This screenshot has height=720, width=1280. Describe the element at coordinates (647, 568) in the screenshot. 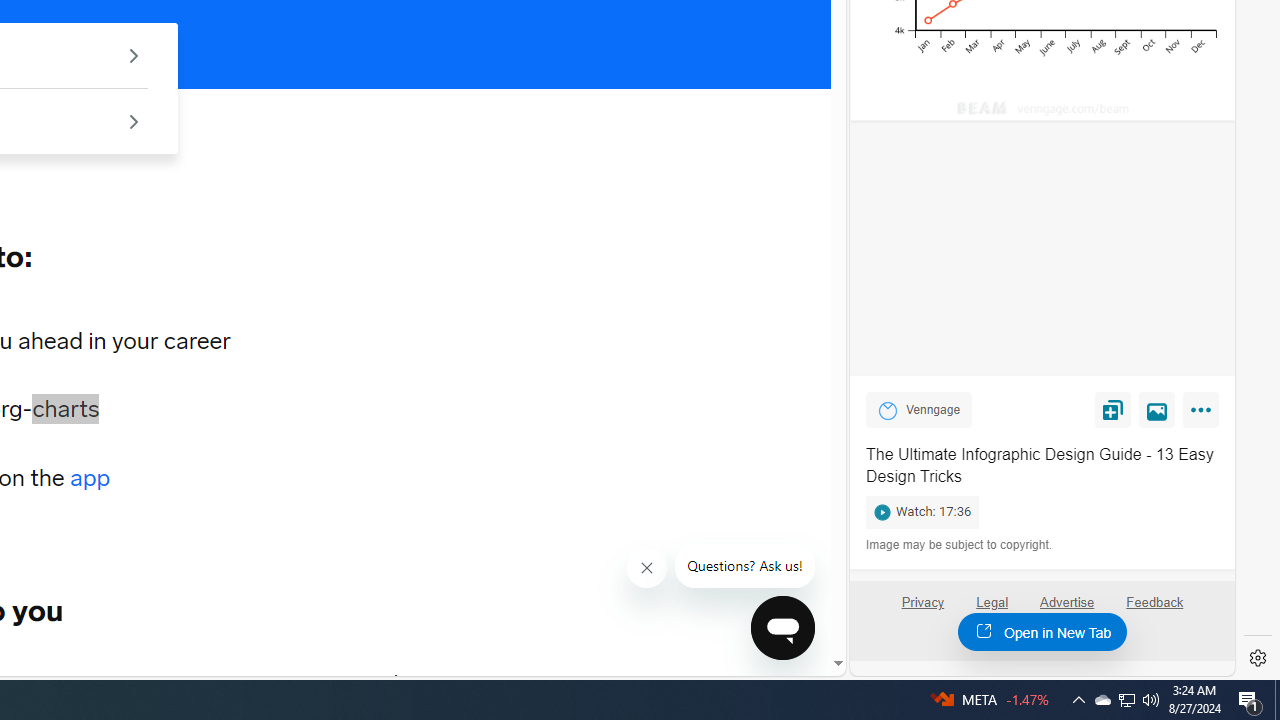

I see `'Close message from company'` at that location.